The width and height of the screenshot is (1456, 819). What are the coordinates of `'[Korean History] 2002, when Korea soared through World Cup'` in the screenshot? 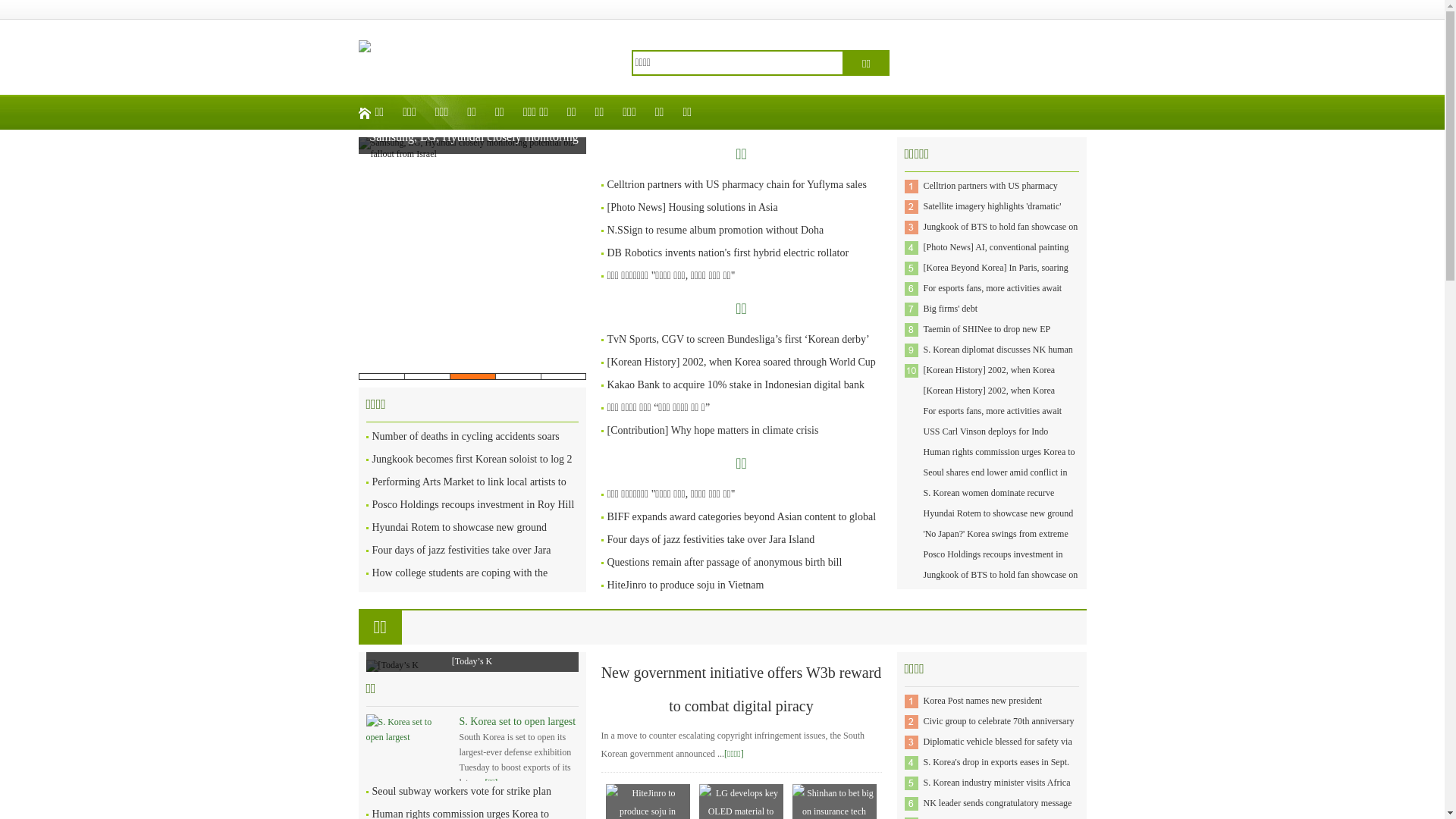 It's located at (990, 400).